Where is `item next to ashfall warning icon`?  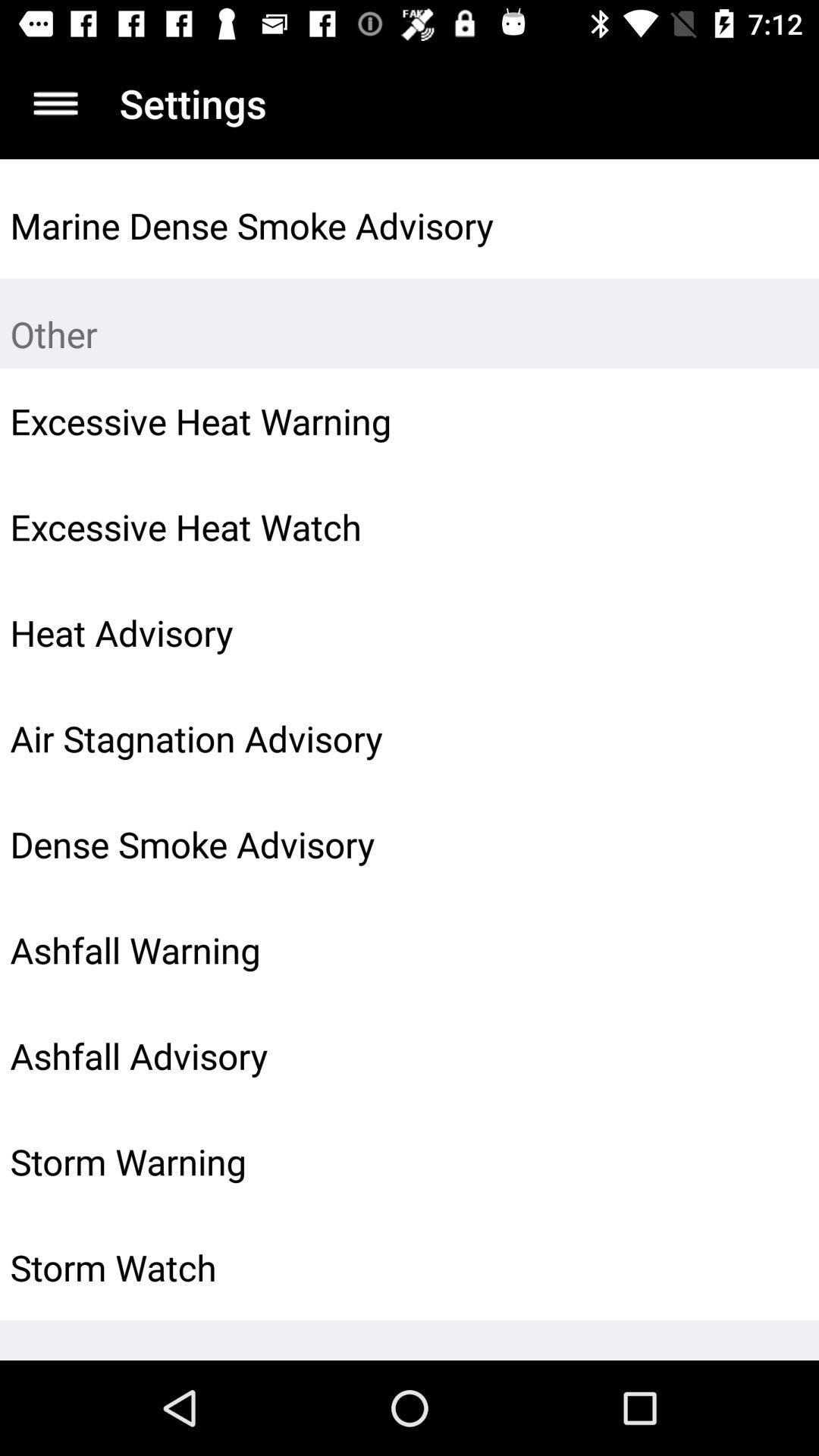
item next to ashfall warning icon is located at coordinates (771, 949).